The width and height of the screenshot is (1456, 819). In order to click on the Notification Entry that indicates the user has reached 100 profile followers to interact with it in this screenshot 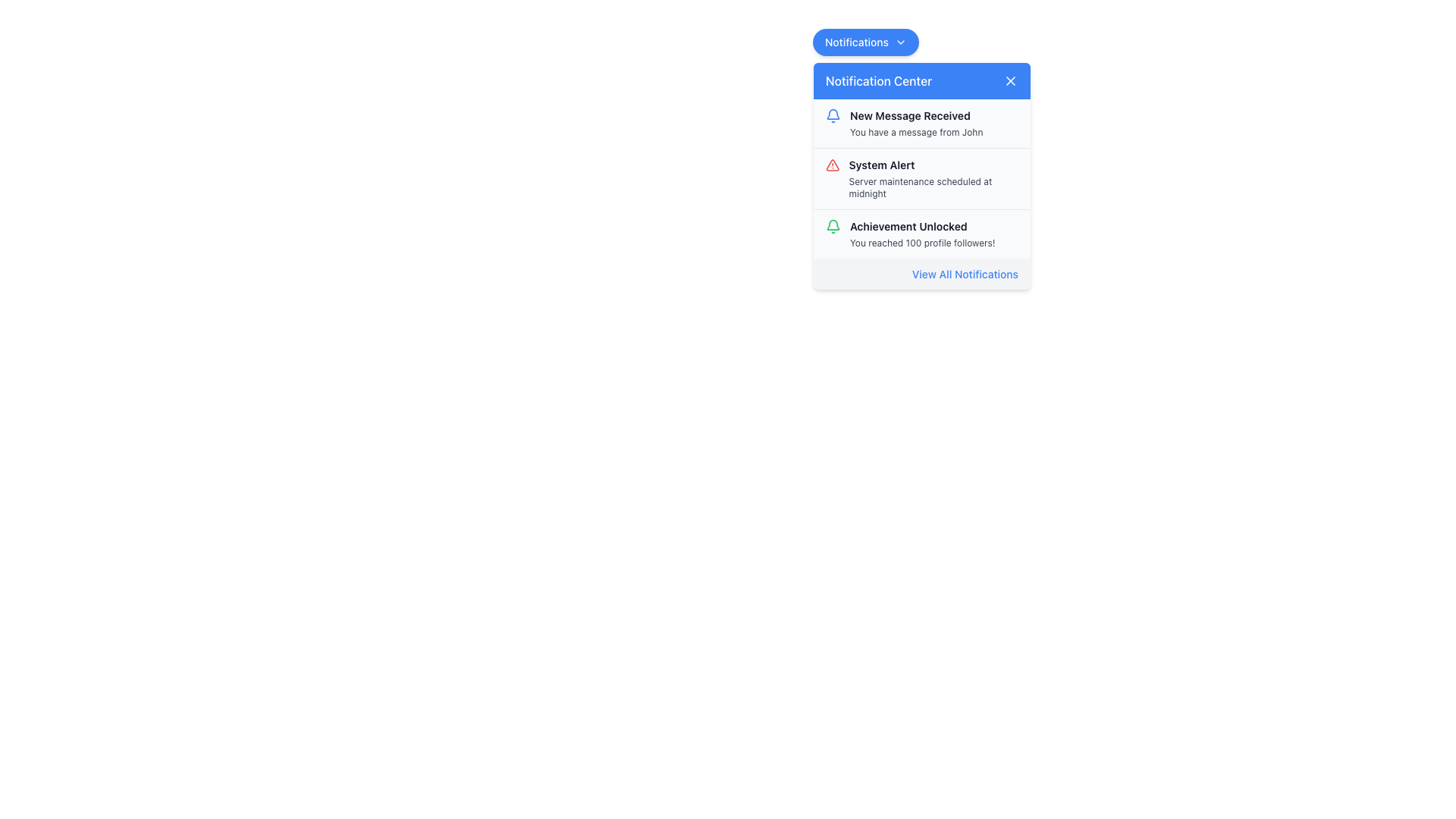, I will do `click(921, 234)`.